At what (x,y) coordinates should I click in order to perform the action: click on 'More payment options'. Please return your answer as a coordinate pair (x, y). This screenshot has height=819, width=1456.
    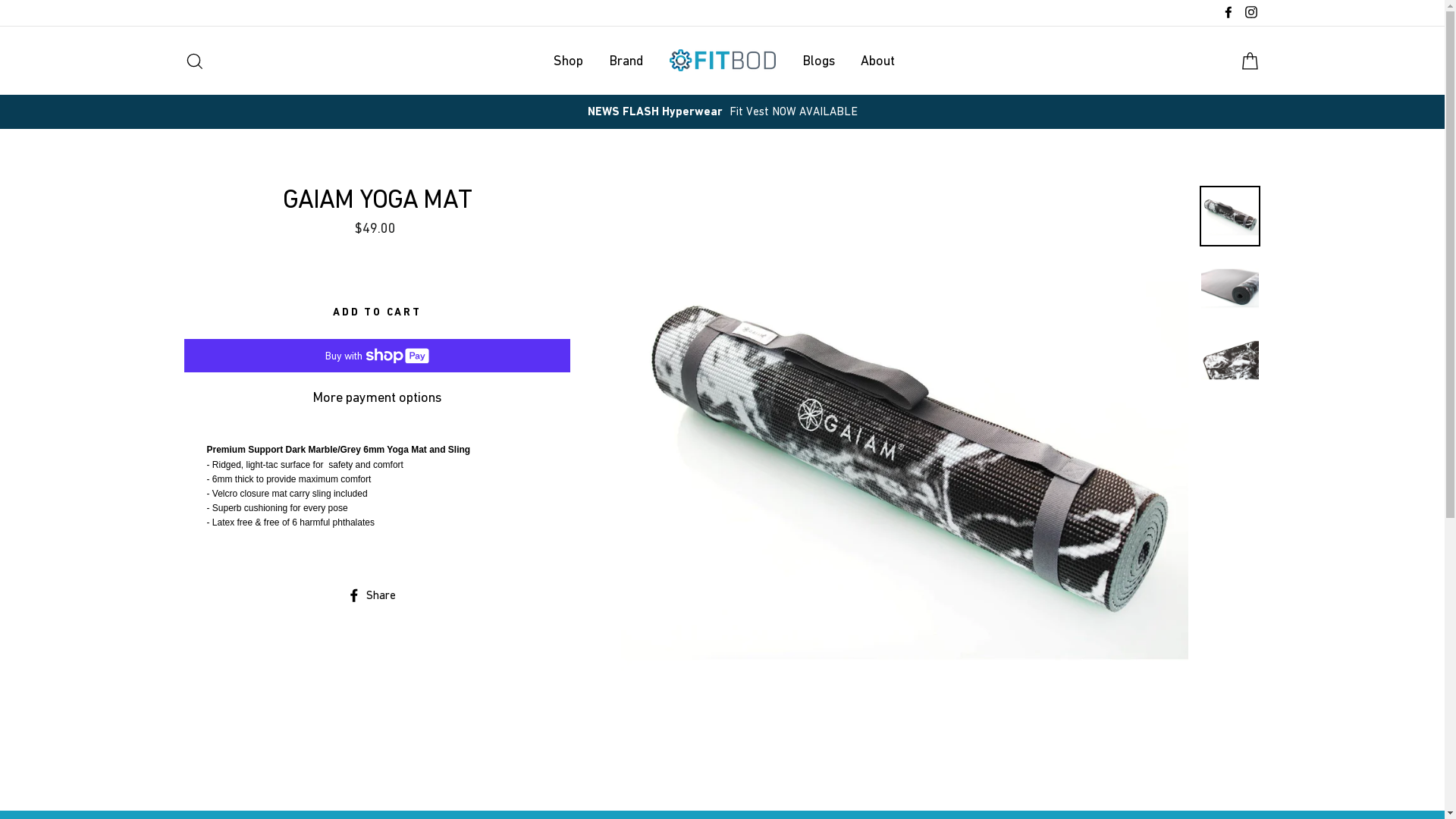
    Looking at the image, I should click on (377, 397).